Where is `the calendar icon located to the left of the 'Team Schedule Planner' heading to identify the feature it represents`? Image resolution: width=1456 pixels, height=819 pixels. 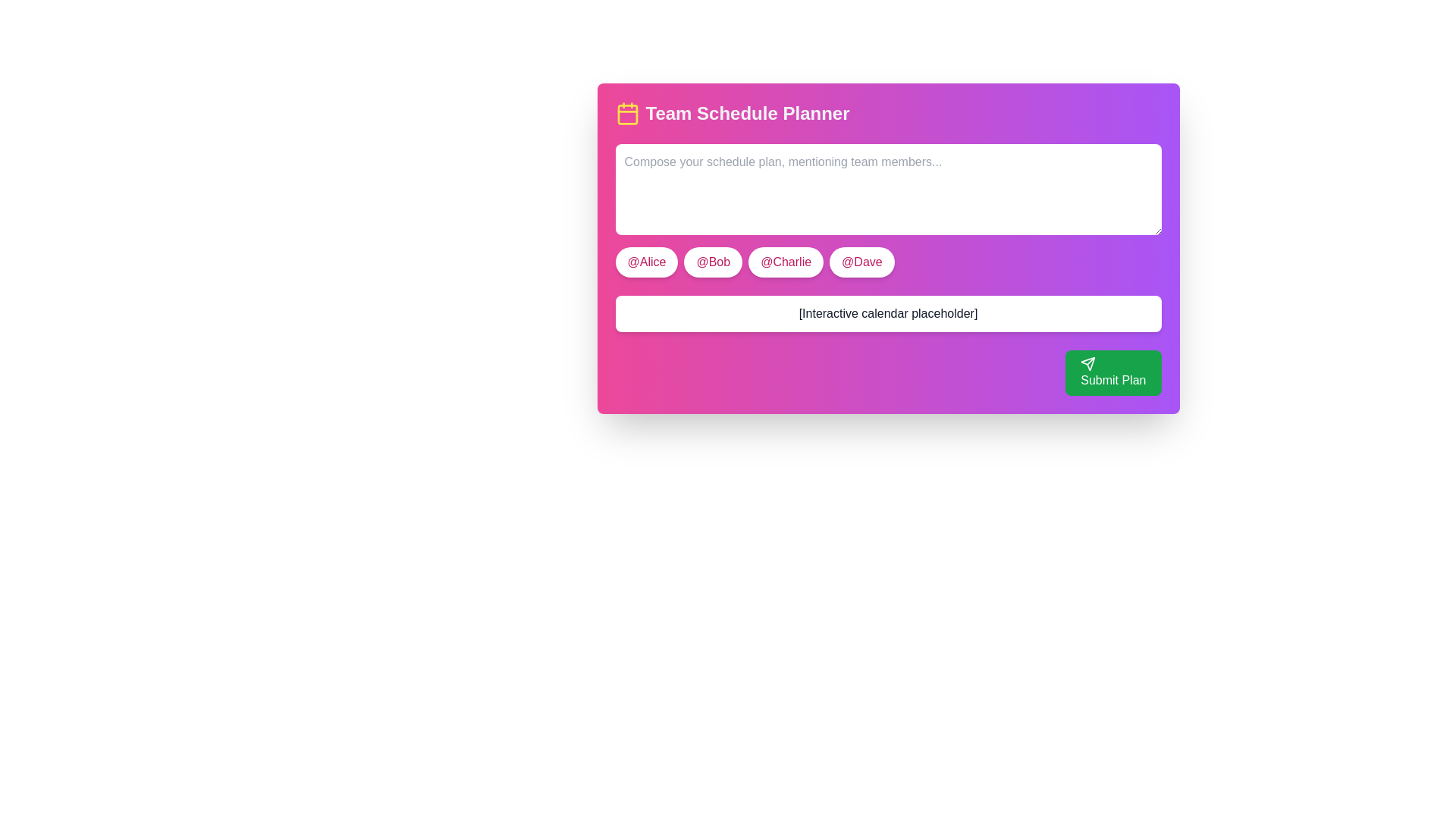
the calendar icon located to the left of the 'Team Schedule Planner' heading to identify the feature it represents is located at coordinates (627, 113).